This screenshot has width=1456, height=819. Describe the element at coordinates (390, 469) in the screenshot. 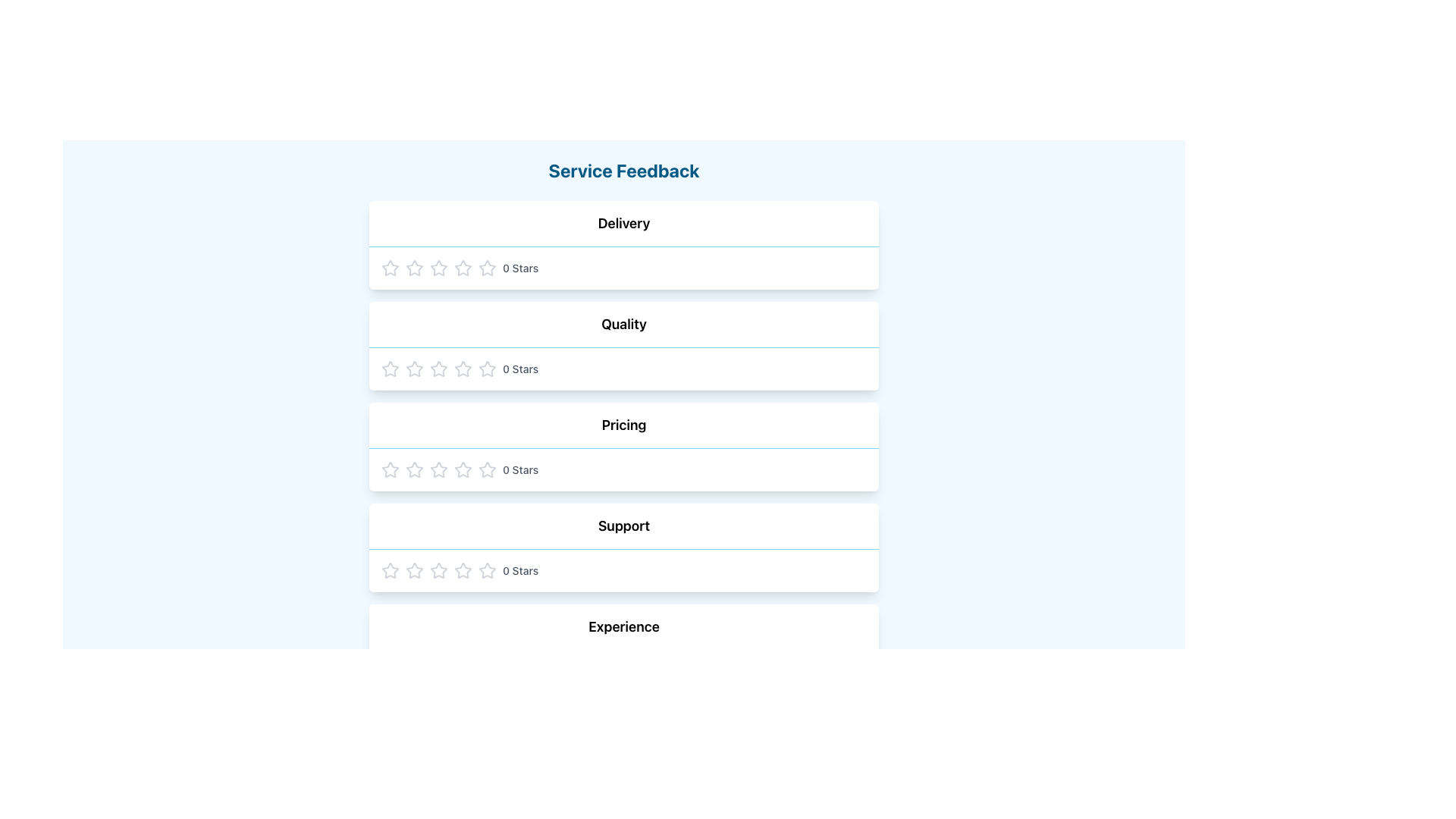

I see `the first star icon in the 'Support' category` at that location.